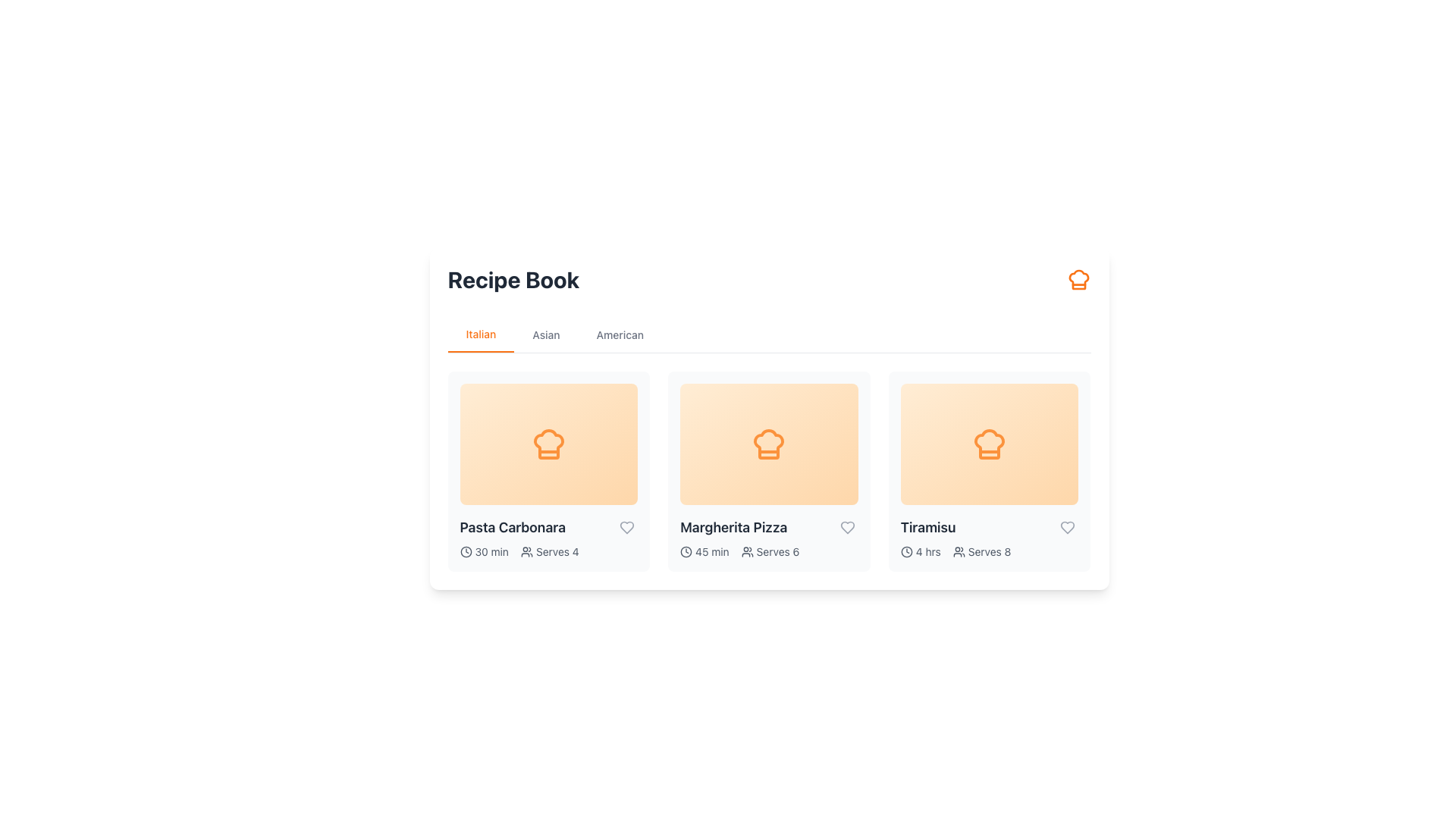 This screenshot has height=819, width=1456. I want to click on the icon that visually represents the number of people a recipe serves, located in the top-left corner of the label reading 'Serves 4', so click(527, 552).